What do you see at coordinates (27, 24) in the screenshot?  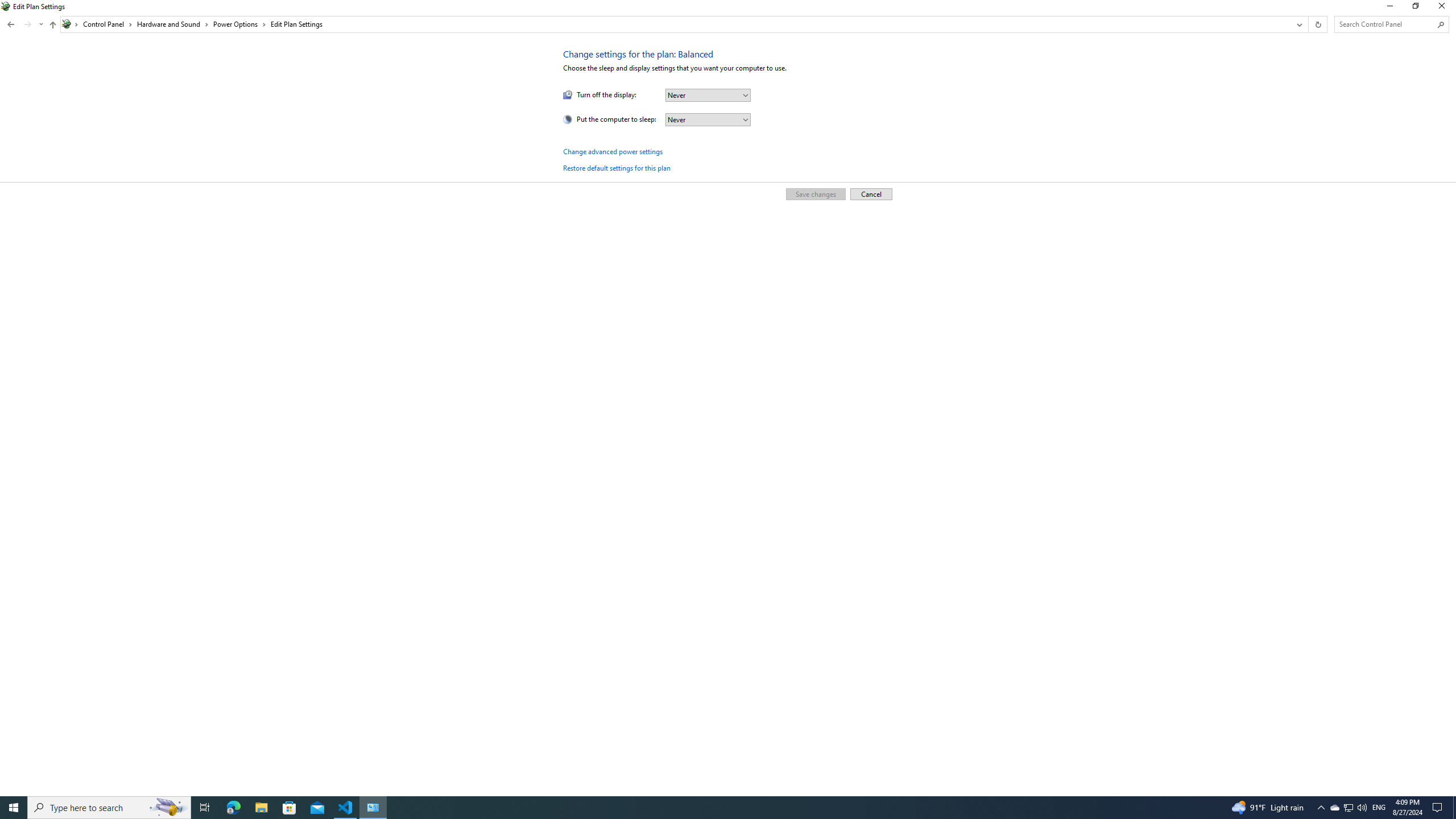 I see `'Recent locations'` at bounding box center [27, 24].